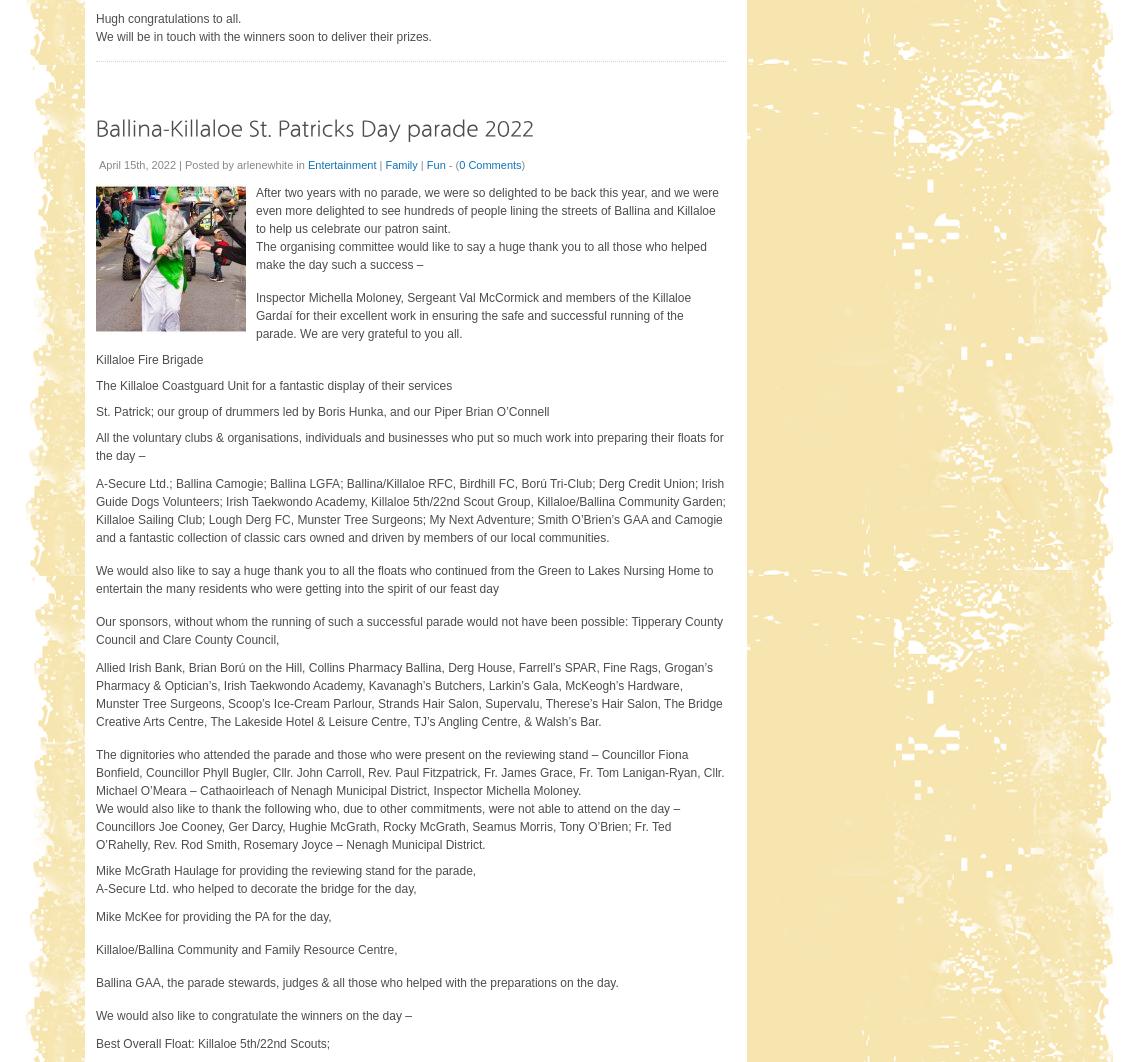 The height and width of the screenshot is (1062, 1140). I want to click on 'Inspector Michella Moloney, Sergeant Val McCormick and members of the Killaloe Gardaí for their excellent work in ensuring the safe and successful running of the parade. We are very grateful to you all.', so click(473, 313).